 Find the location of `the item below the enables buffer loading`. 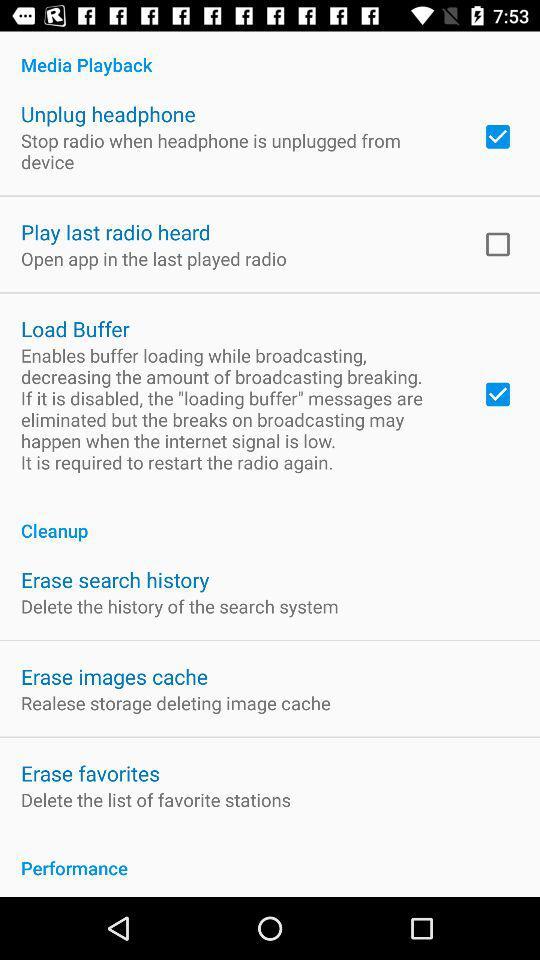

the item below the enables buffer loading is located at coordinates (270, 519).